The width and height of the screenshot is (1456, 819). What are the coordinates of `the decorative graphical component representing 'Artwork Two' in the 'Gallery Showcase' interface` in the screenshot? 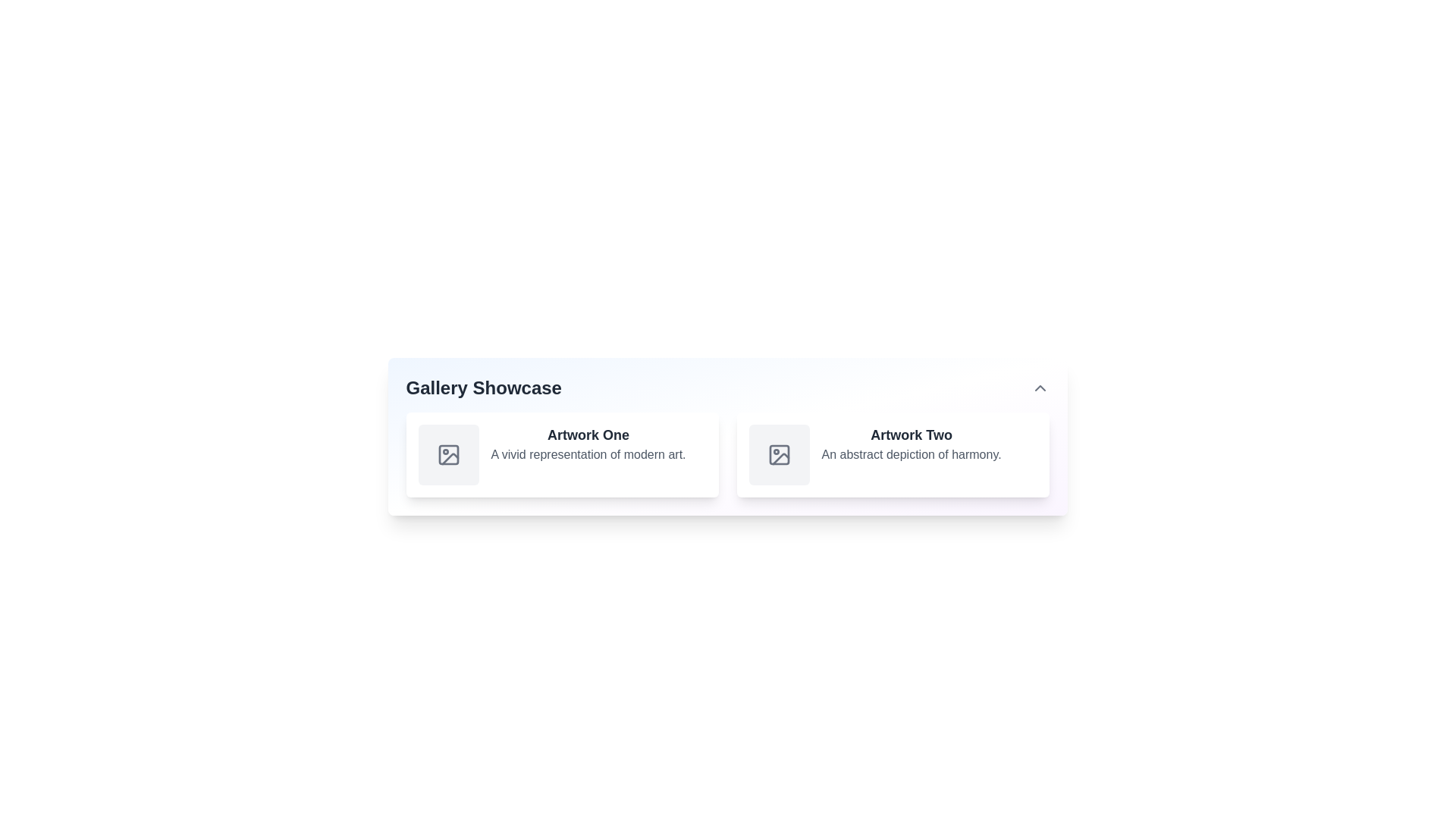 It's located at (779, 454).